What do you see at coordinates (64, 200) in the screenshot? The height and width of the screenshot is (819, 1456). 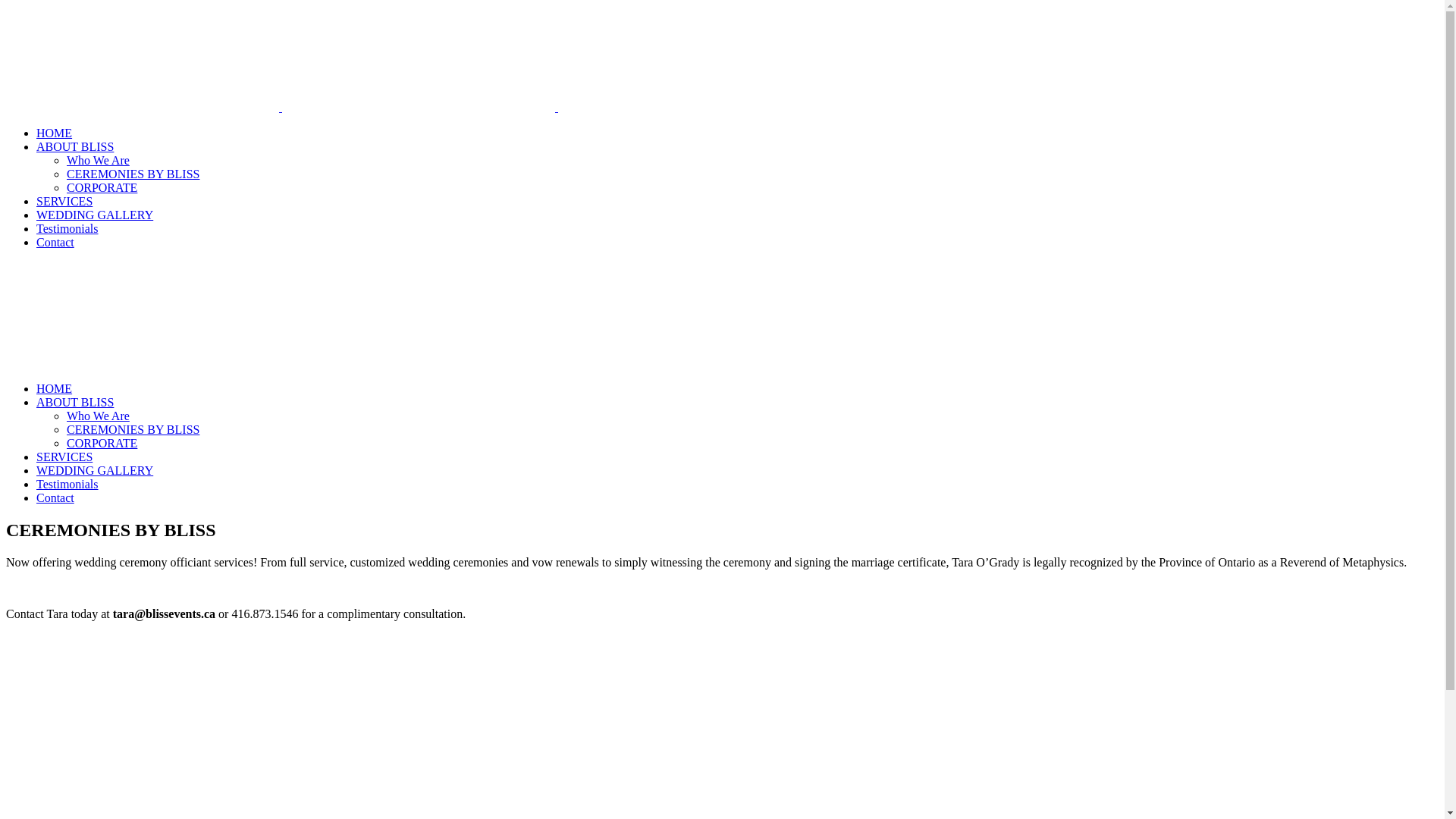 I see `'SERVICES'` at bounding box center [64, 200].